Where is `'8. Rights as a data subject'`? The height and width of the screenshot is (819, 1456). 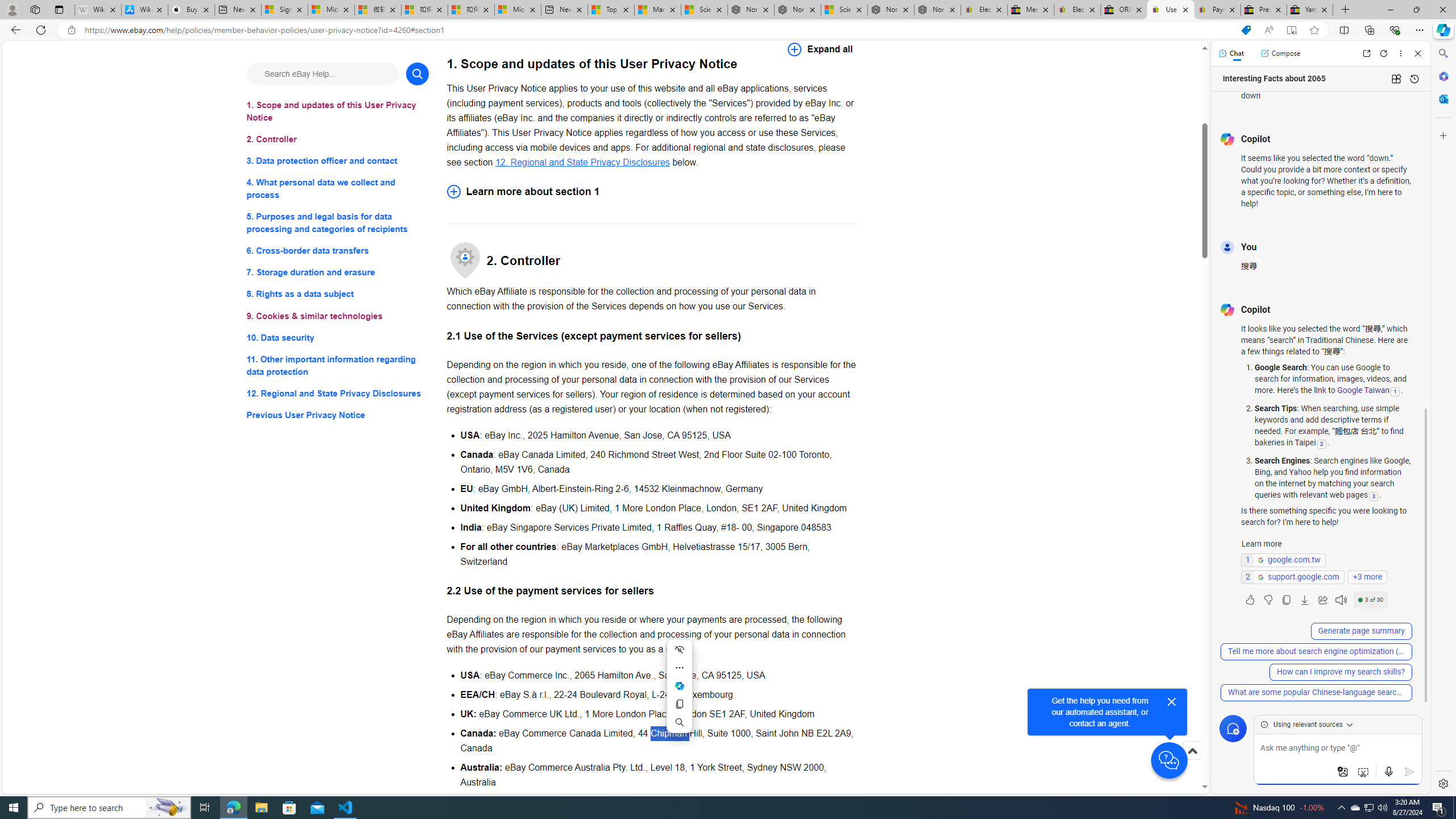 '8. Rights as a data subject' is located at coordinates (337, 293).